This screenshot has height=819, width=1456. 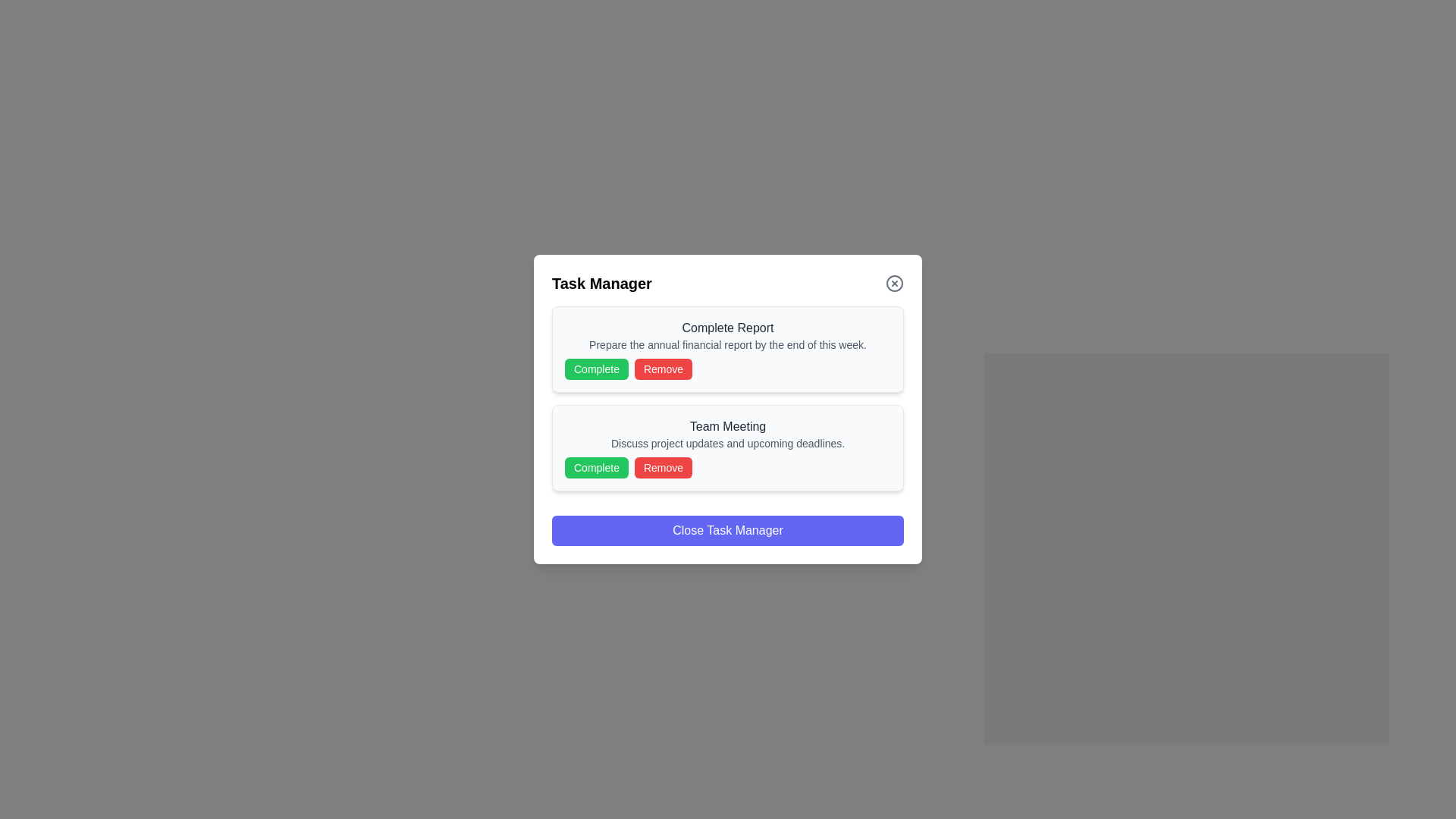 What do you see at coordinates (728, 345) in the screenshot?
I see `the text label reading 'Prepare the annual financial report by the end of this week.' which is positioned below the title 'Complete Report' and above the buttons labeled 'Complete' and 'Remove'` at bounding box center [728, 345].